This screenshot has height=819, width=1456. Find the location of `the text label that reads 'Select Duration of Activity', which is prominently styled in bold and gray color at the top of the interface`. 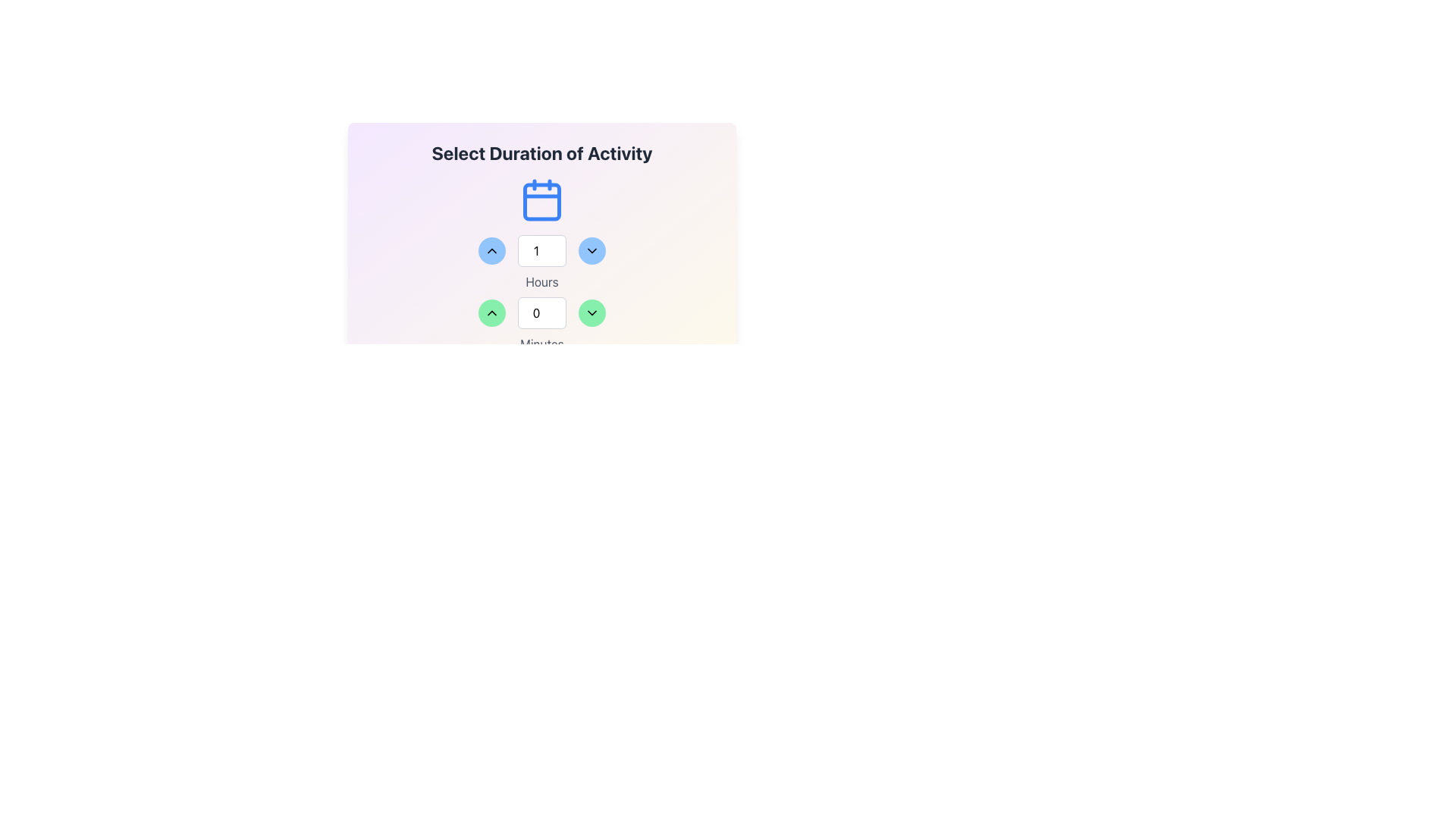

the text label that reads 'Select Duration of Activity', which is prominently styled in bold and gray color at the top of the interface is located at coordinates (542, 152).